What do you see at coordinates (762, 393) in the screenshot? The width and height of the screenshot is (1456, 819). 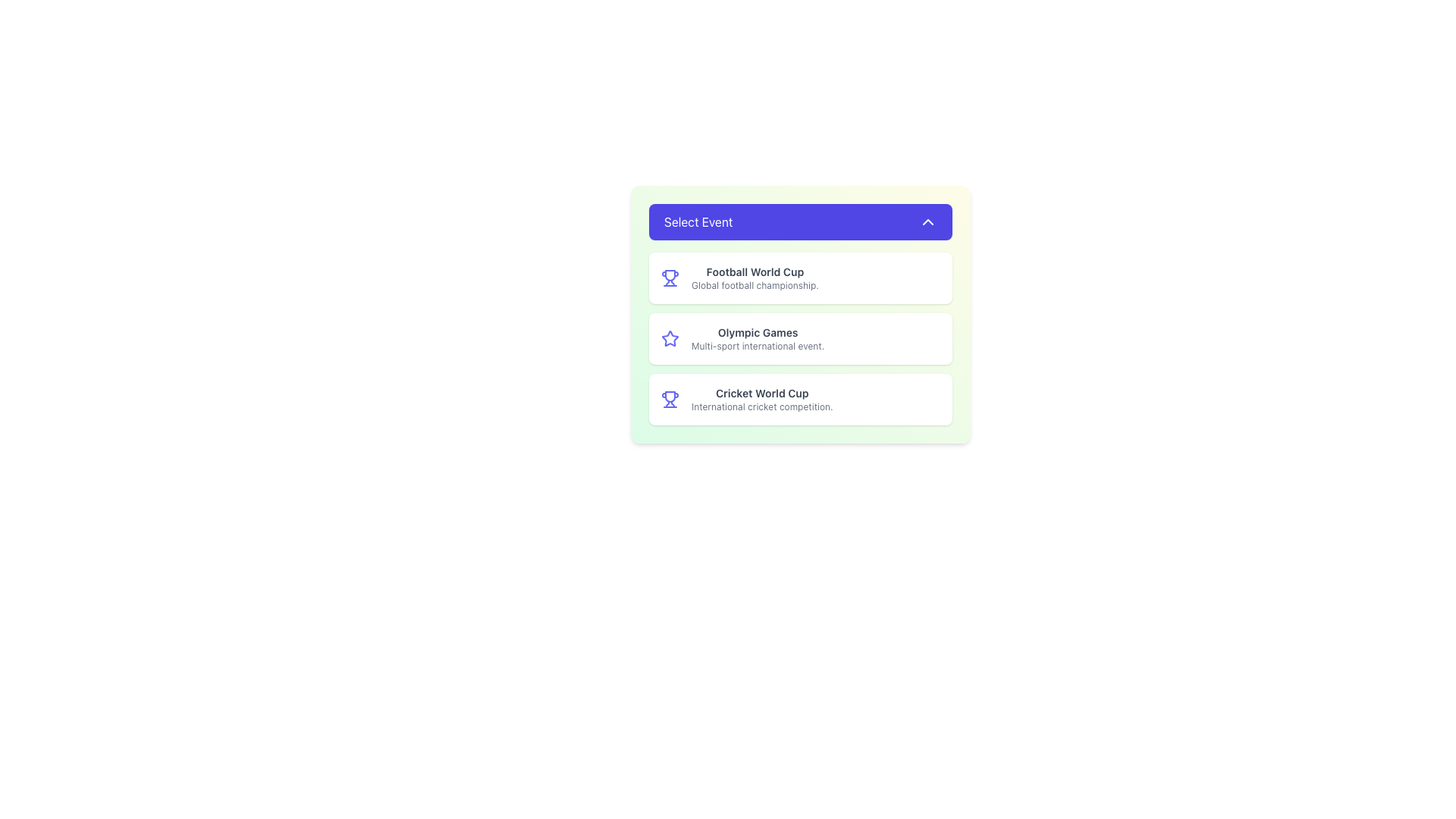 I see `the 'Cricket World Cup' text label, which is a bold heading in dark gray color located at the top of the third item in the vertical list of events under the 'Select Event' dropdown` at bounding box center [762, 393].